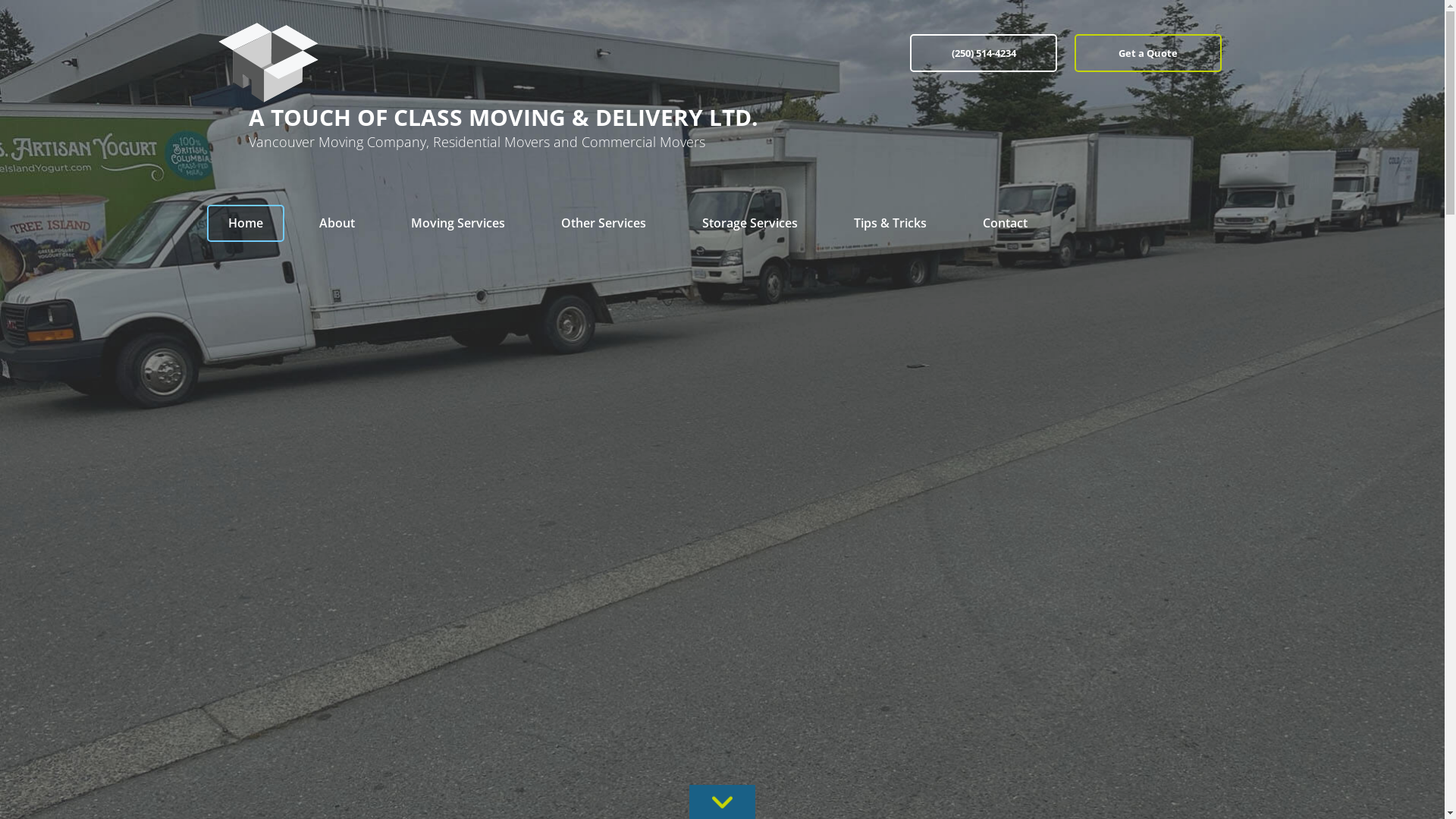  I want to click on 'Moving Services', so click(457, 223).